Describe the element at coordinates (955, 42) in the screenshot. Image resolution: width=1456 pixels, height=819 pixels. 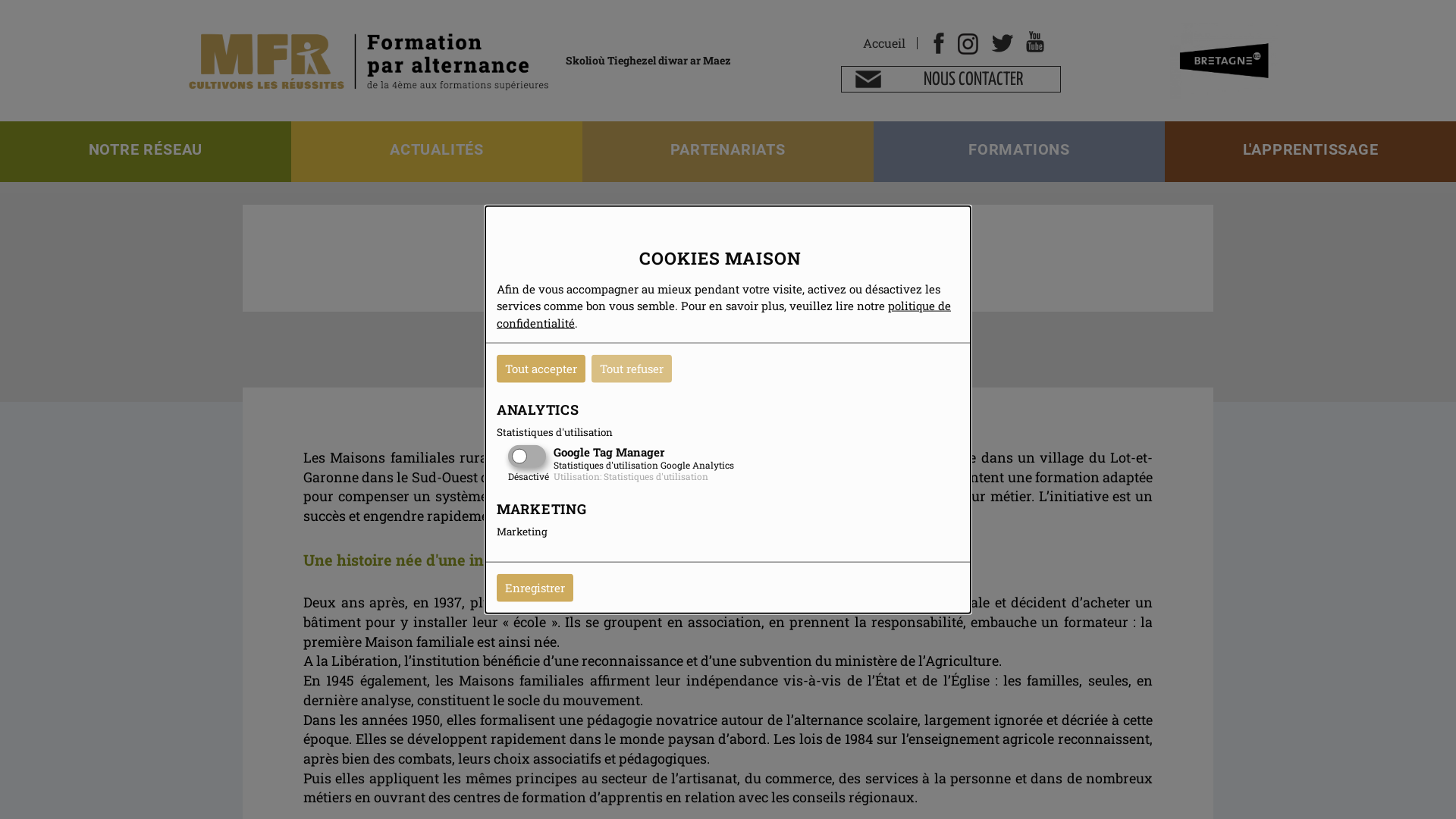
I see `'Instagram'` at that location.